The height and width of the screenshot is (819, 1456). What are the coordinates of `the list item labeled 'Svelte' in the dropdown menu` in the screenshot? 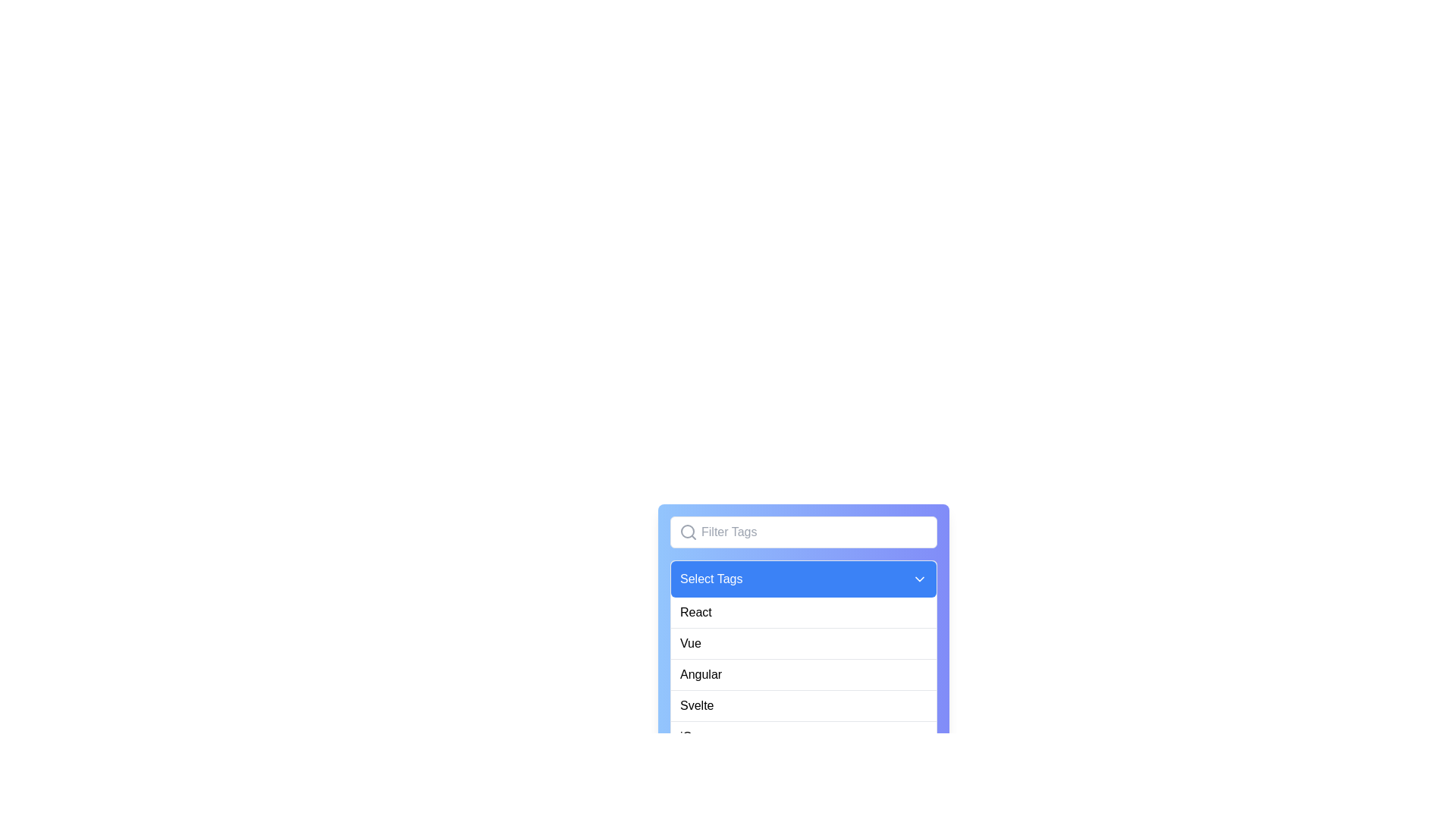 It's located at (803, 705).